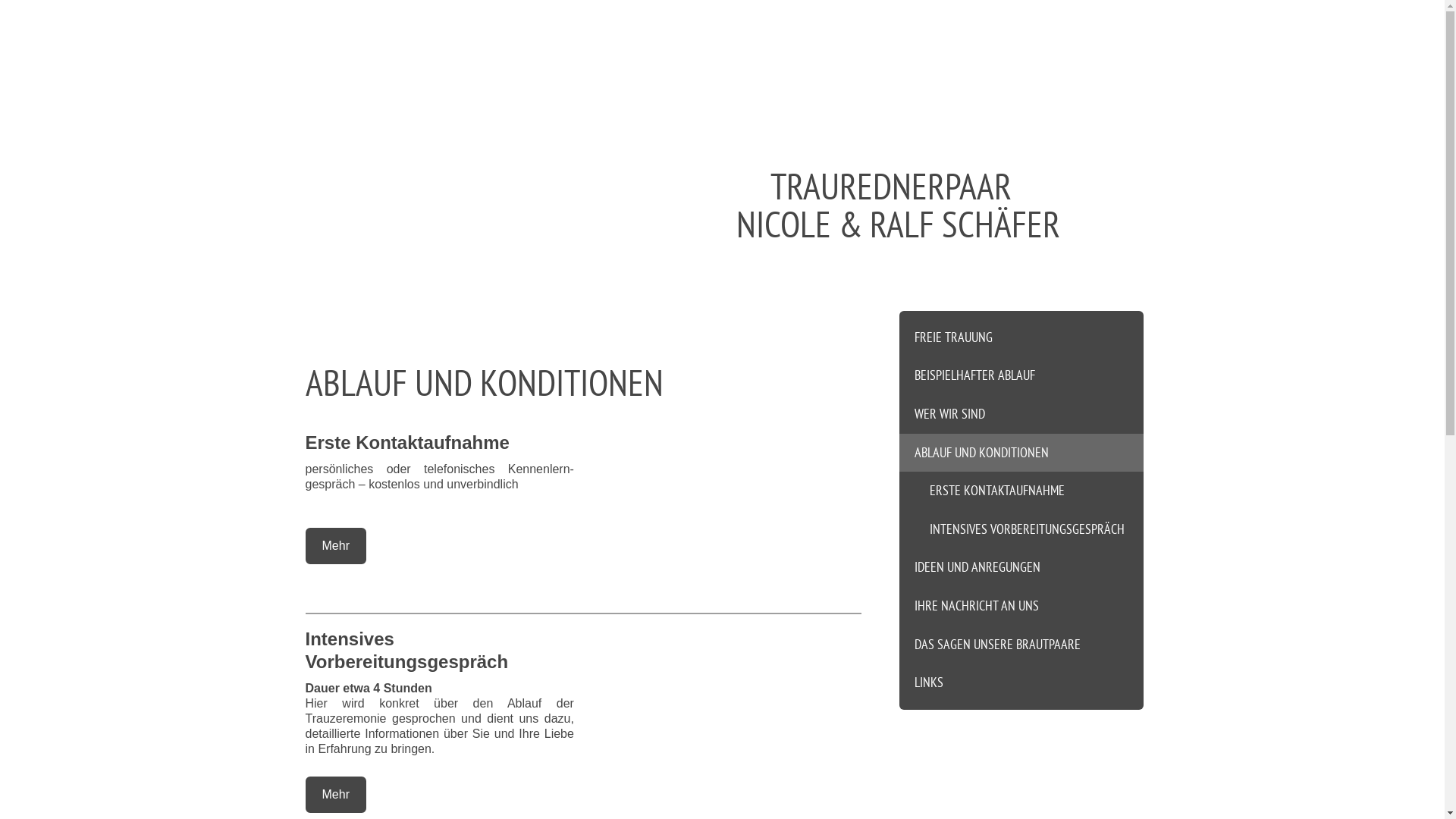 The width and height of the screenshot is (1456, 819). Describe the element at coordinates (1021, 414) in the screenshot. I see `'WER WIR SIND'` at that location.